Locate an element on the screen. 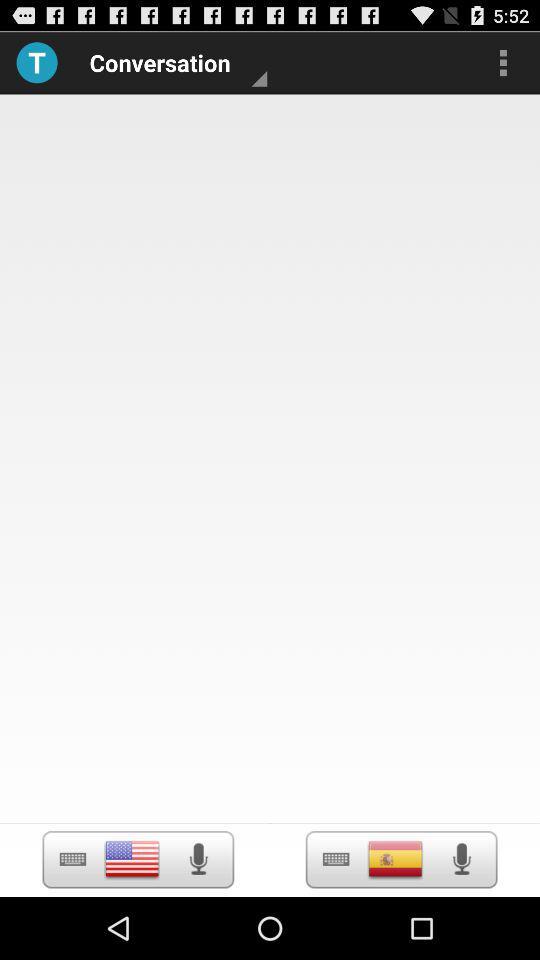 The width and height of the screenshot is (540, 960). this country is located at coordinates (395, 858).